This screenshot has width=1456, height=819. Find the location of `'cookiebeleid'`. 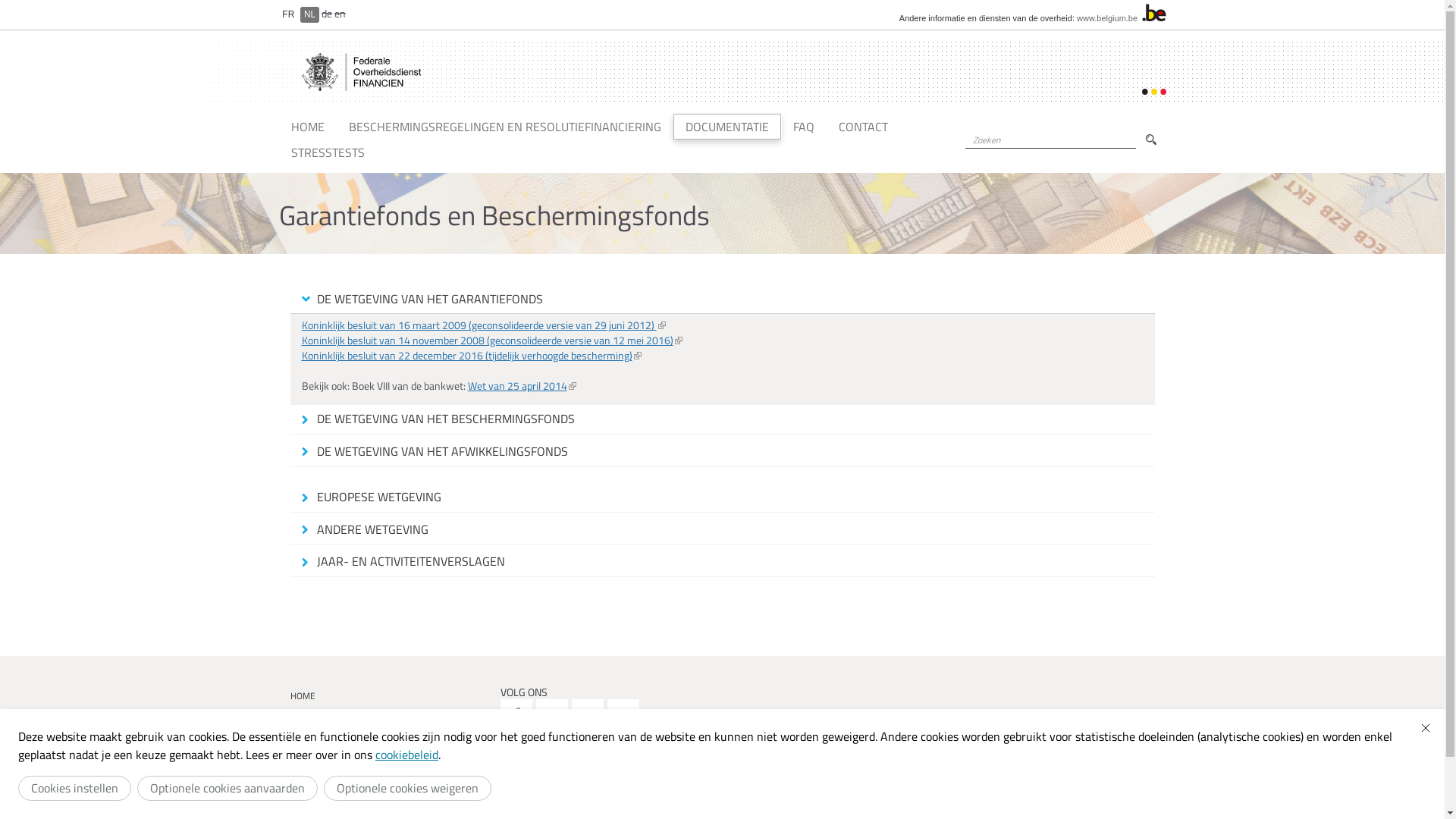

'cookiebeleid' is located at coordinates (406, 755).